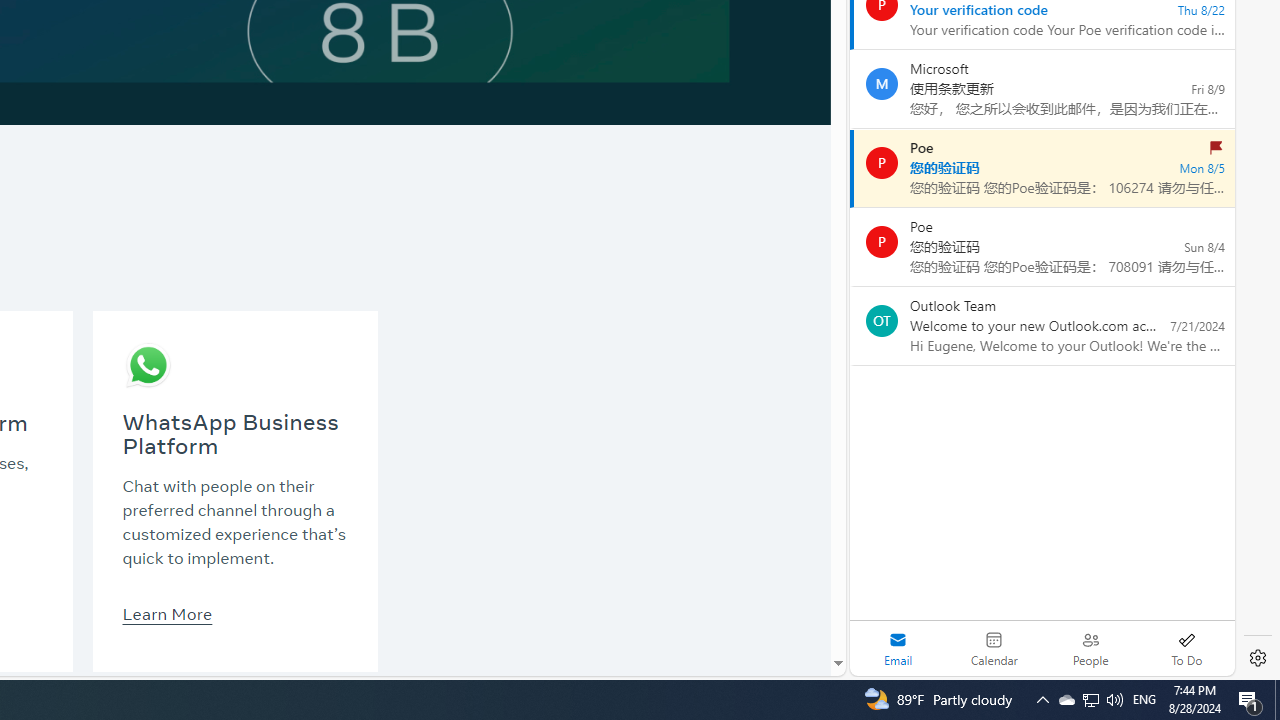 Image resolution: width=1280 pixels, height=720 pixels. I want to click on 'To Do', so click(1186, 648).